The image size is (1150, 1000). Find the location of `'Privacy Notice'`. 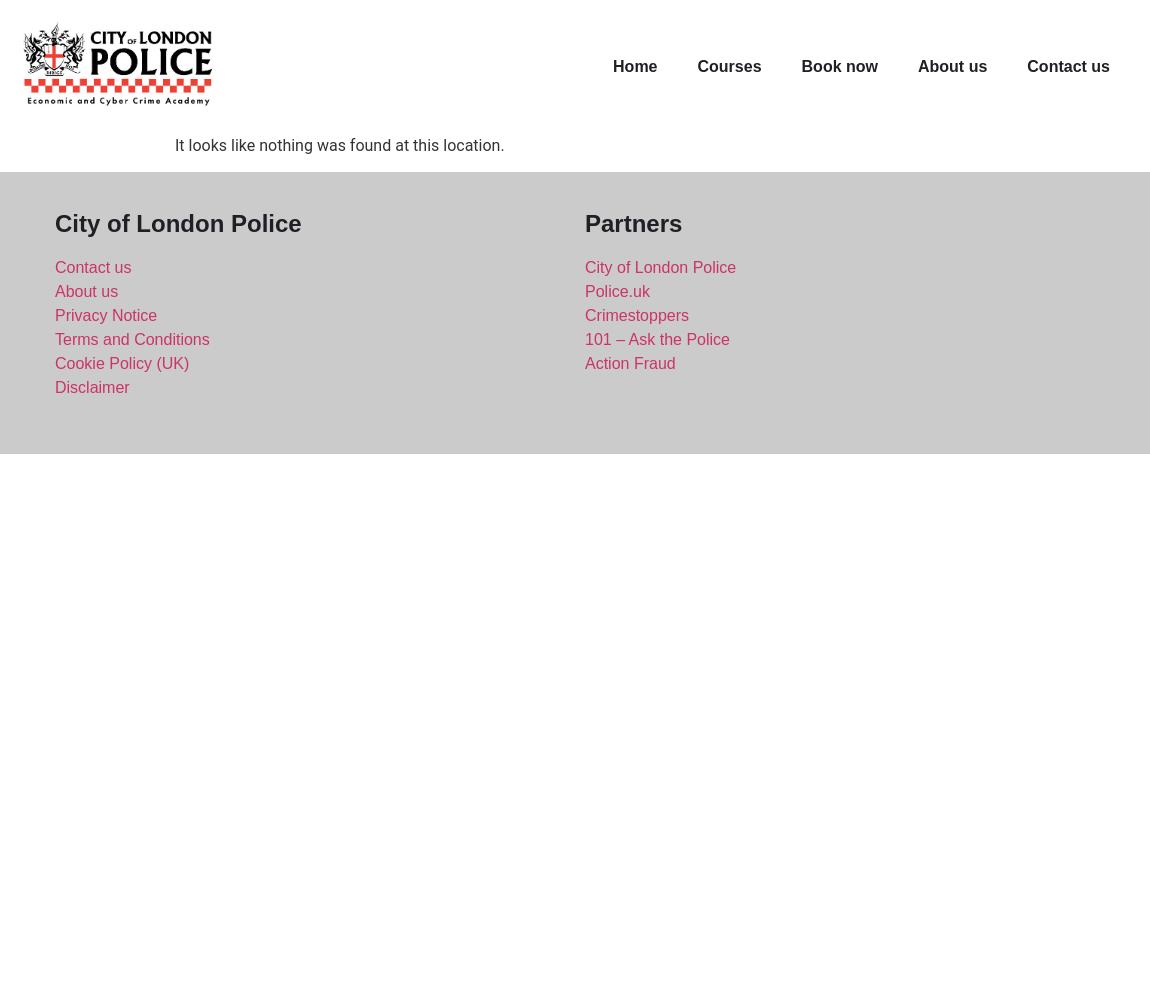

'Privacy Notice' is located at coordinates (105, 313).